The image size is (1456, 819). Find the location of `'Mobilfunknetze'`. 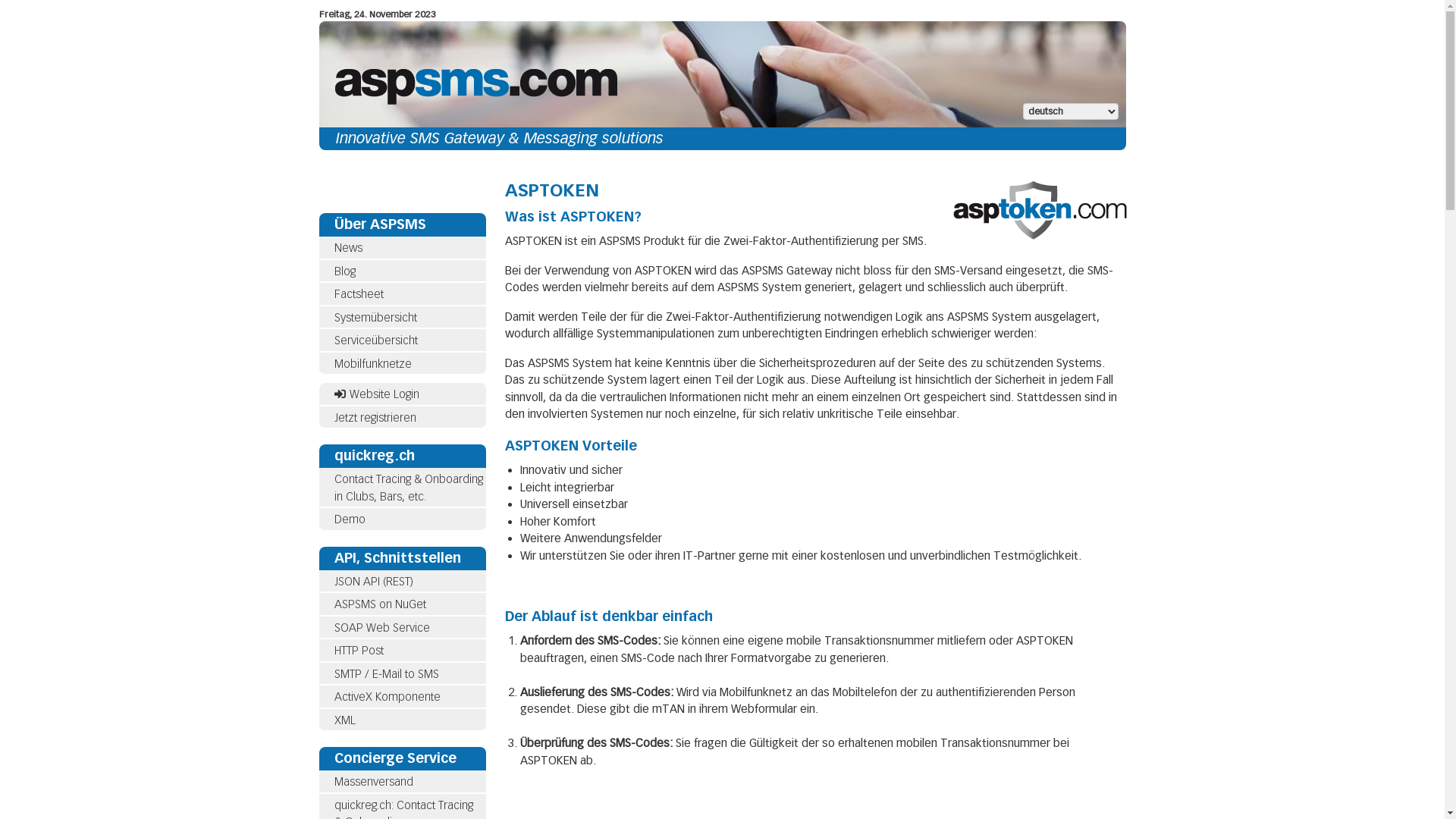

'Mobilfunknetze' is located at coordinates (372, 362).